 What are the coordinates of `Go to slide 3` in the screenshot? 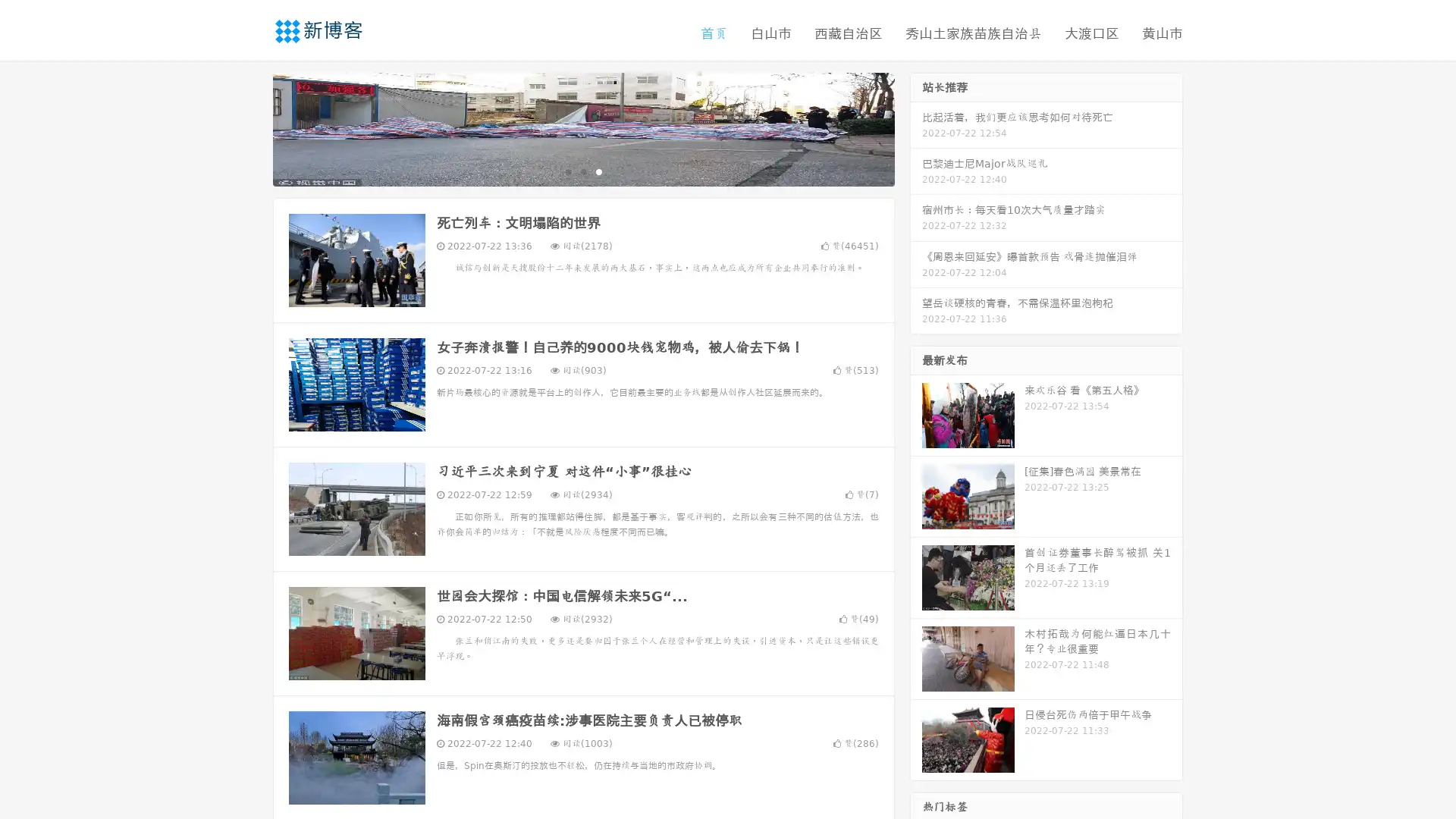 It's located at (598, 171).